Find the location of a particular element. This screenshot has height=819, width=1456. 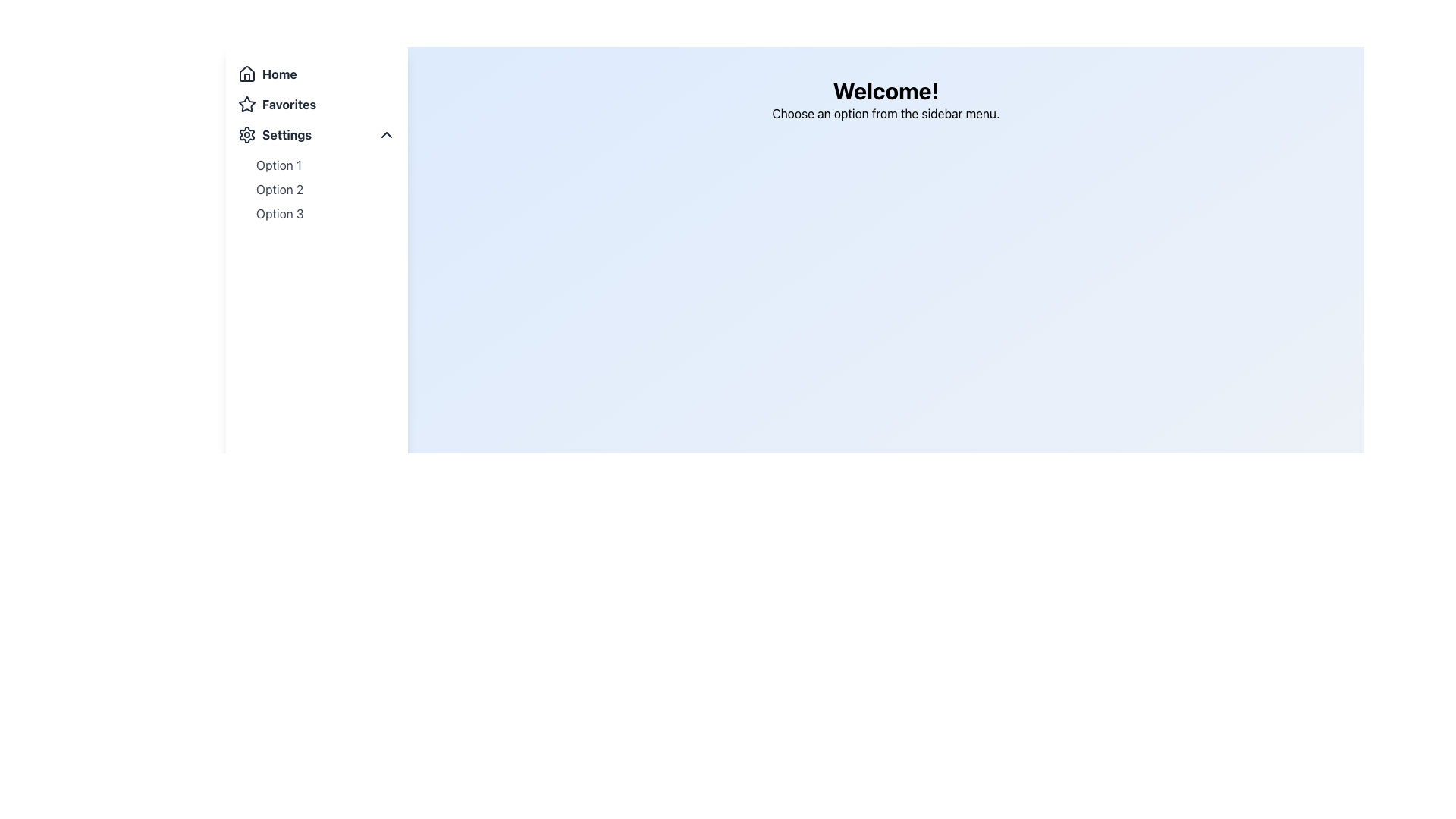

the third Text Button in the settings sidebar menu is located at coordinates (280, 213).